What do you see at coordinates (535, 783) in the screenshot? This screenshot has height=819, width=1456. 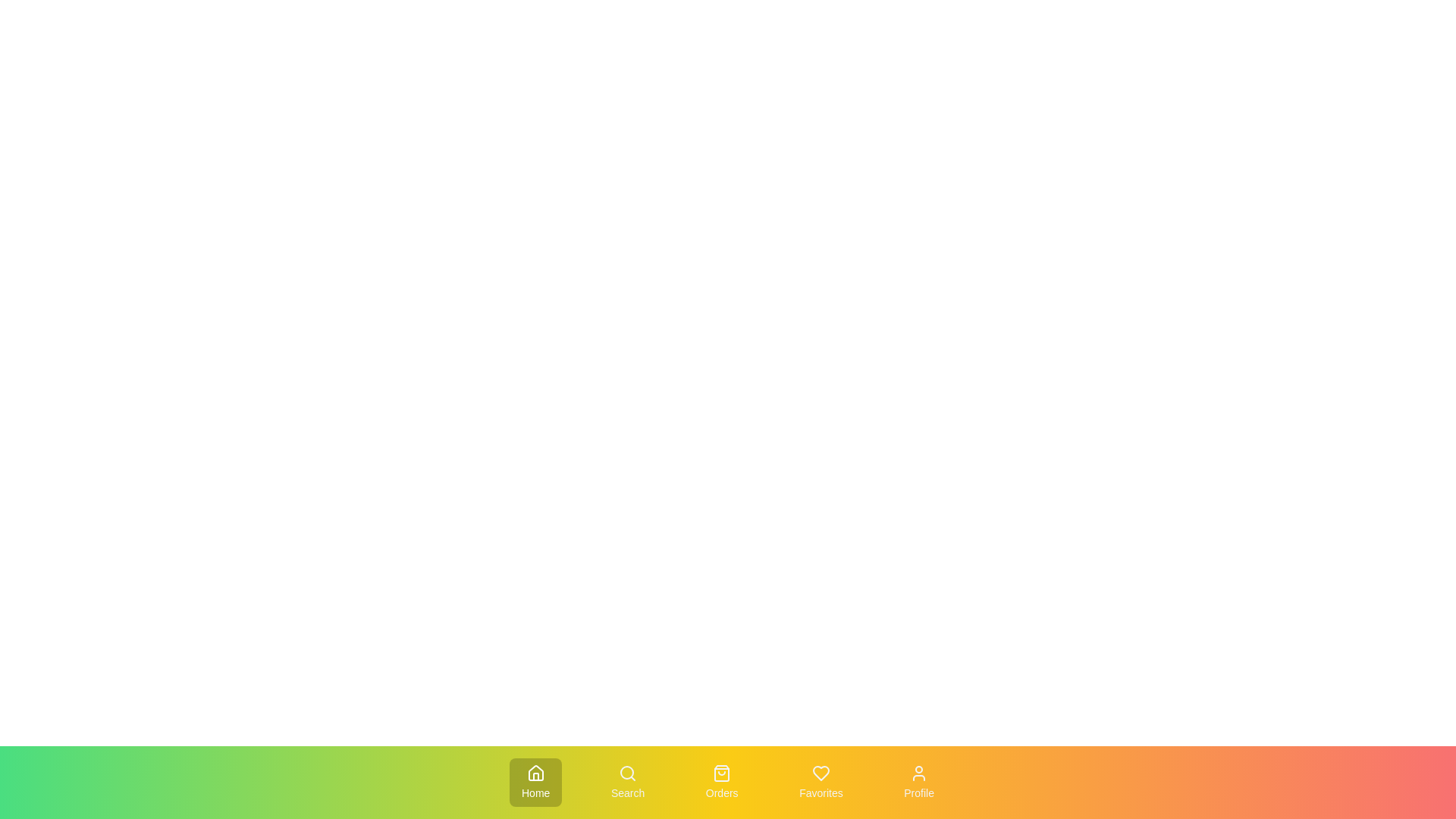 I see `the Home tab to observe the hover effect` at bounding box center [535, 783].